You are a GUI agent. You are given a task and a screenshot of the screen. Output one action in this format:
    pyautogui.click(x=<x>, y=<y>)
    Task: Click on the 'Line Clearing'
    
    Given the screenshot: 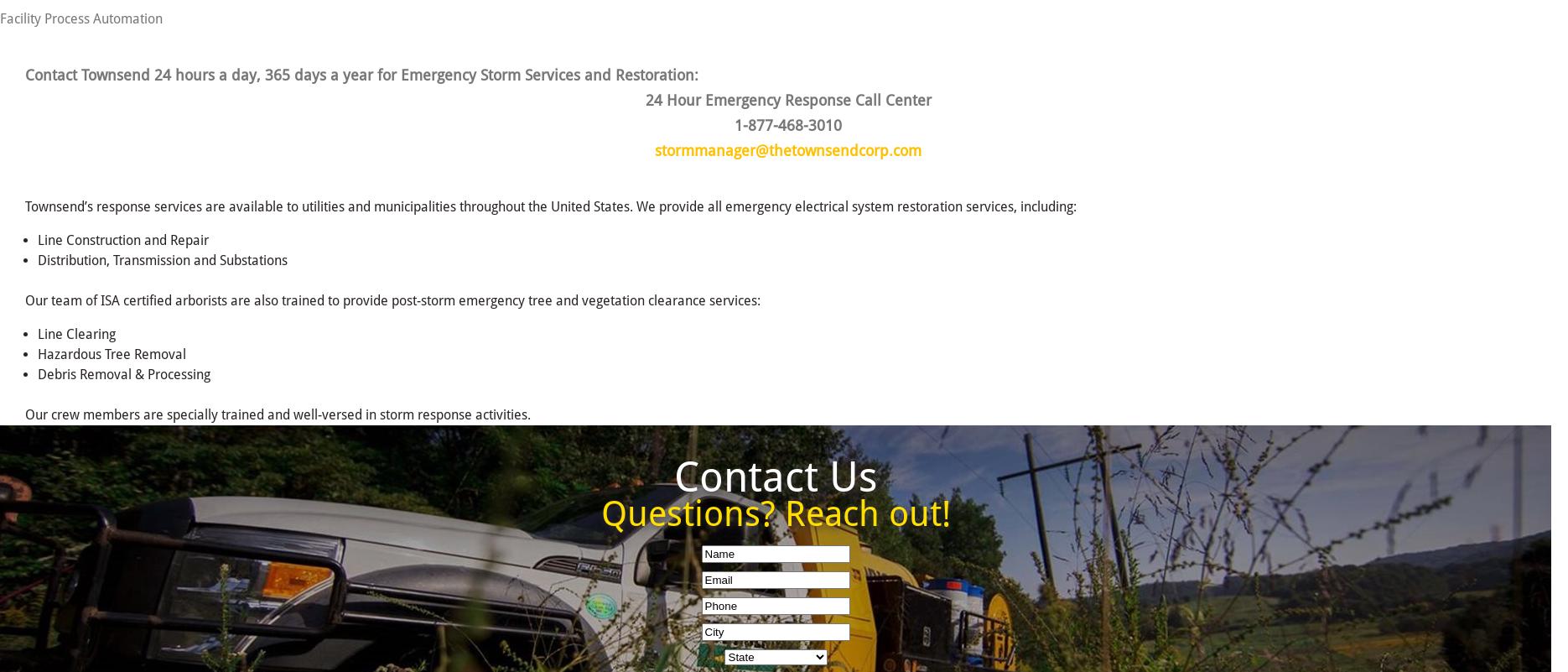 What is the action you would take?
    pyautogui.click(x=76, y=333)
    